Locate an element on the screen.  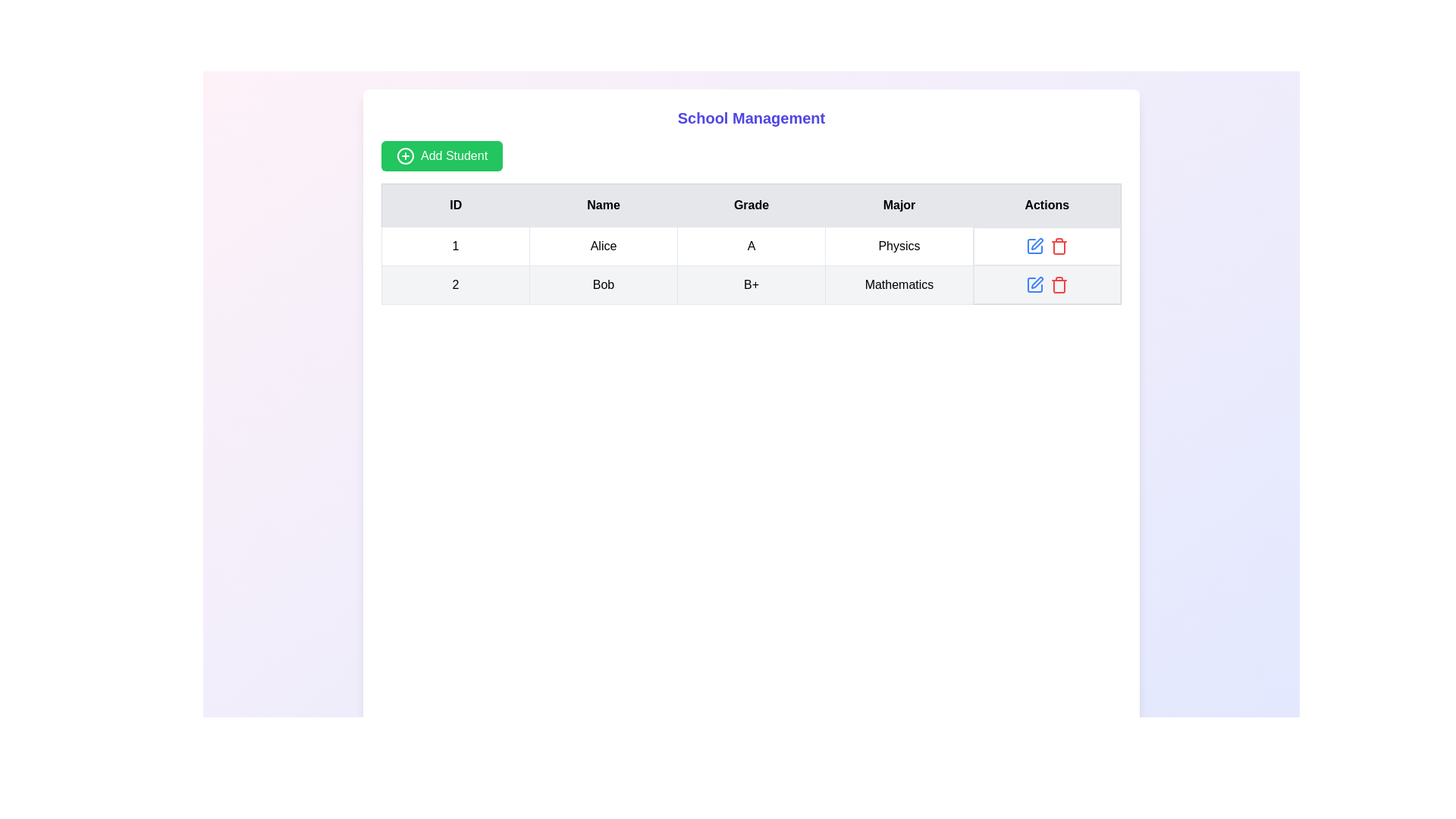
the circular '+' icon with a green background located within the 'Add Student' button, positioned to the left of the text label is located at coordinates (405, 155).